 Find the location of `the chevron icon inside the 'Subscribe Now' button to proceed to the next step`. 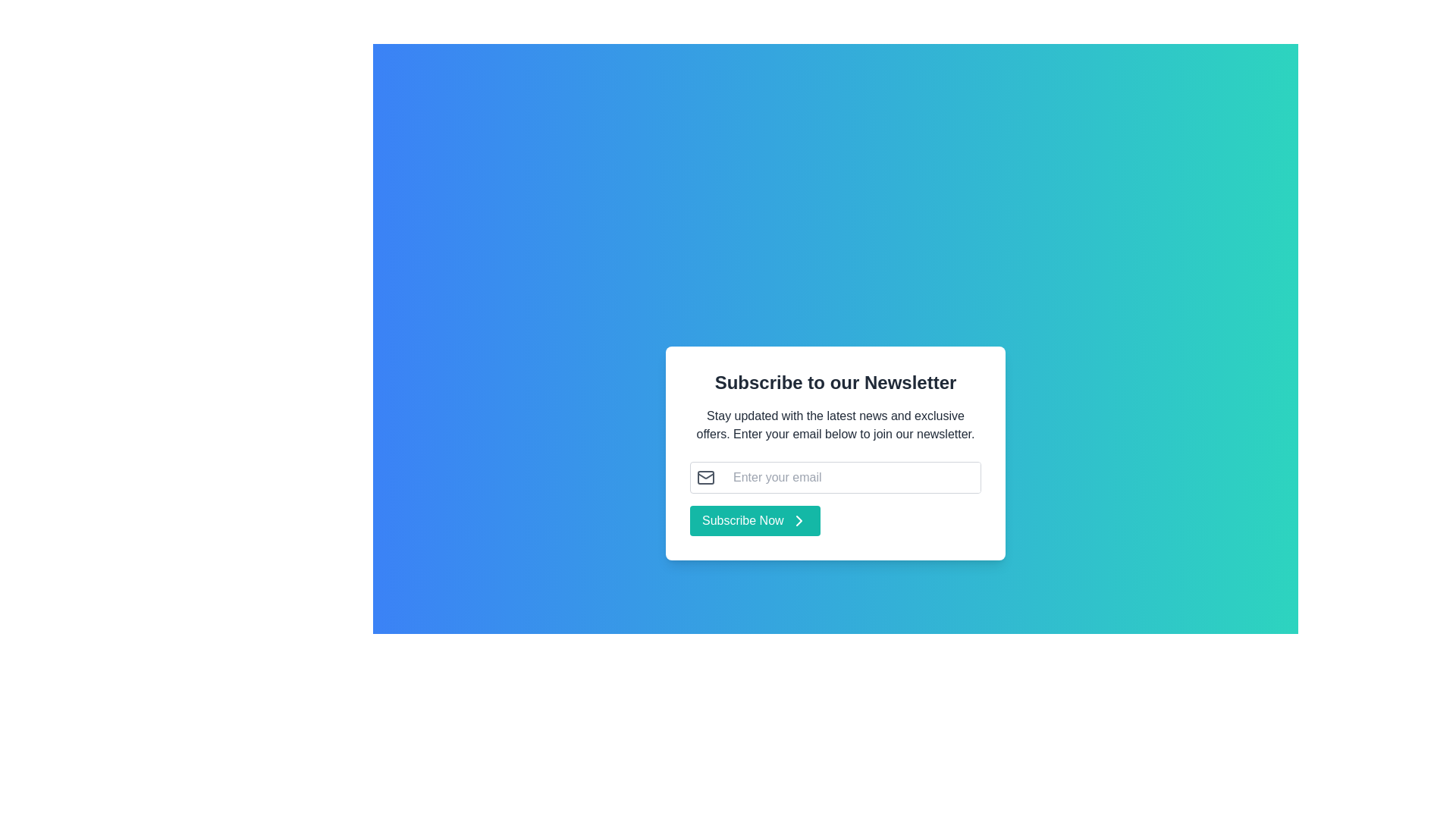

the chevron icon inside the 'Subscribe Now' button to proceed to the next step is located at coordinates (798, 519).